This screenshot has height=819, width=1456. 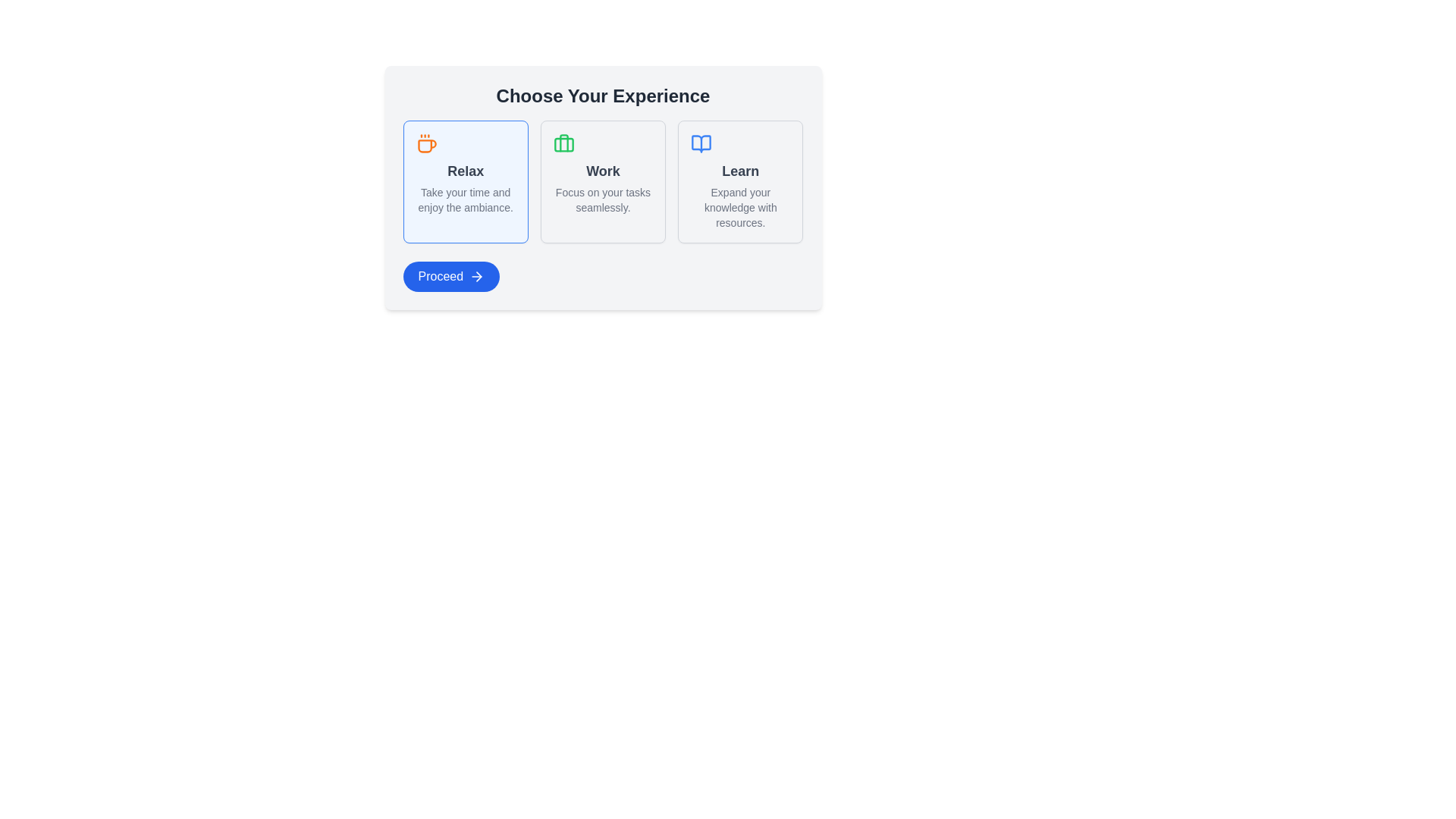 I want to click on the orange coffee icon representing relaxation, which is the first selectable icon in the 'Choose Your Experience' interface, so click(x=425, y=143).